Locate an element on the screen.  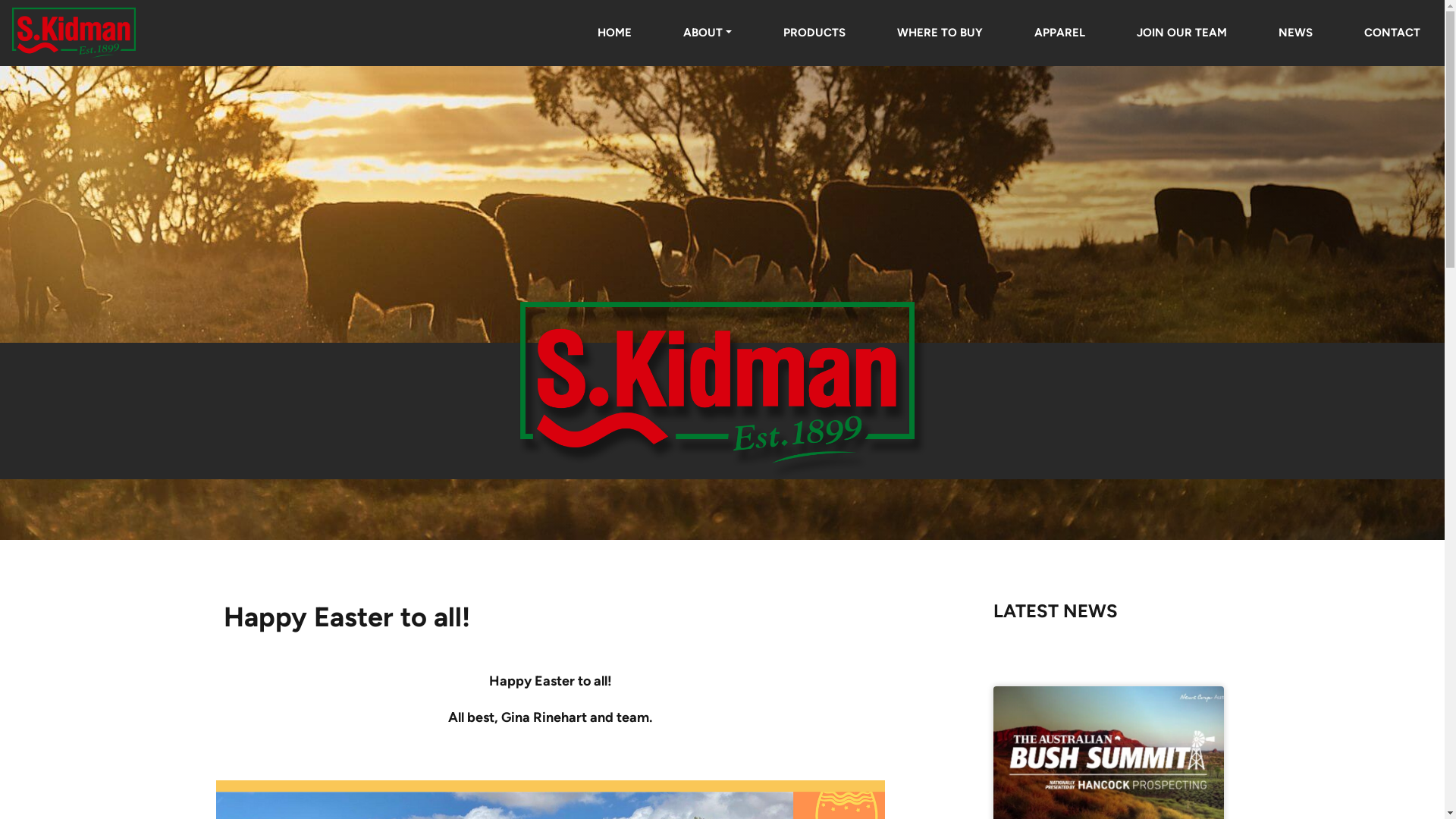
'JOIN OUR TEAM' is located at coordinates (1181, 32).